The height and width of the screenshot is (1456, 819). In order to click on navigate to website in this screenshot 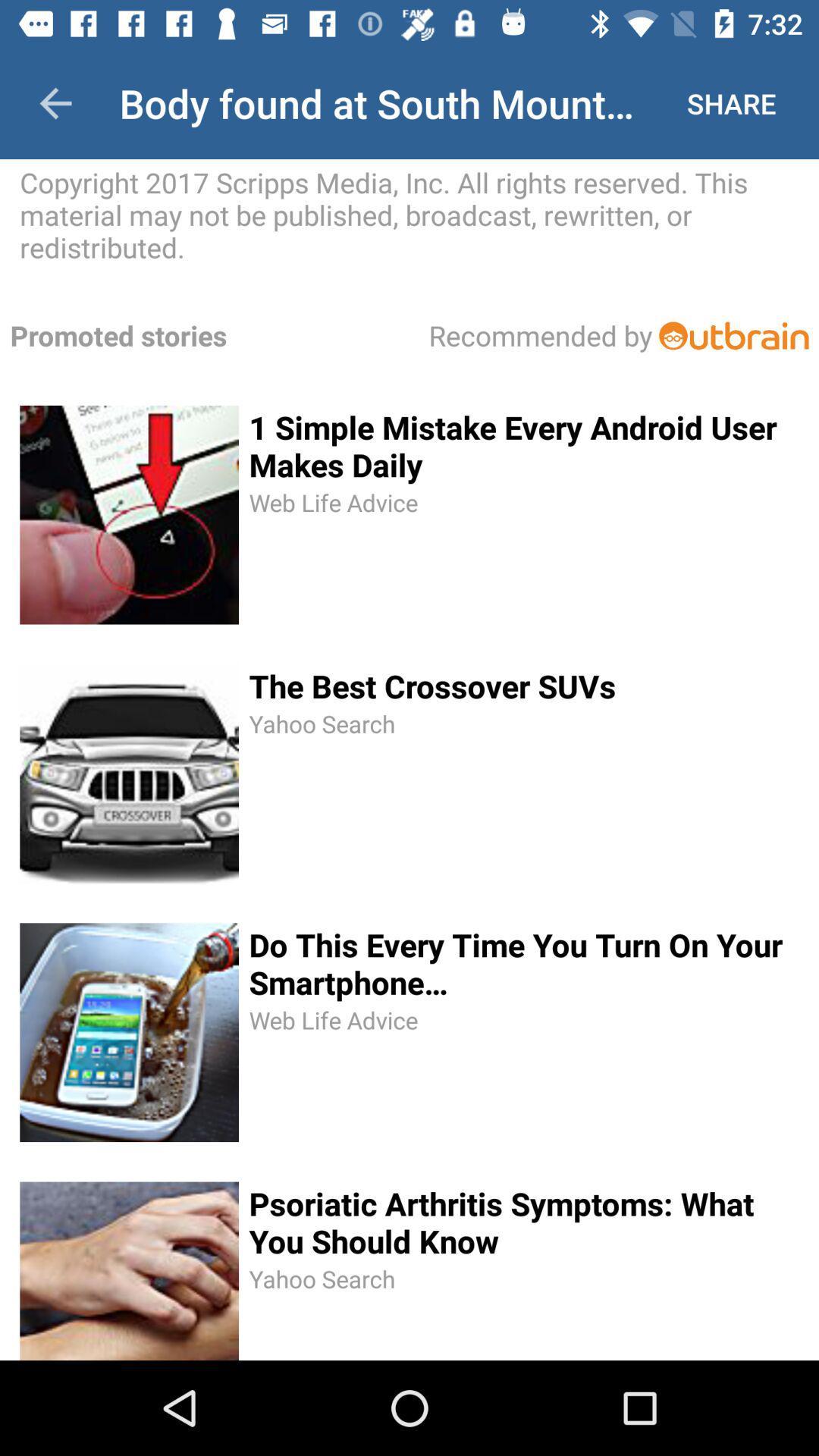, I will do `click(733, 334)`.